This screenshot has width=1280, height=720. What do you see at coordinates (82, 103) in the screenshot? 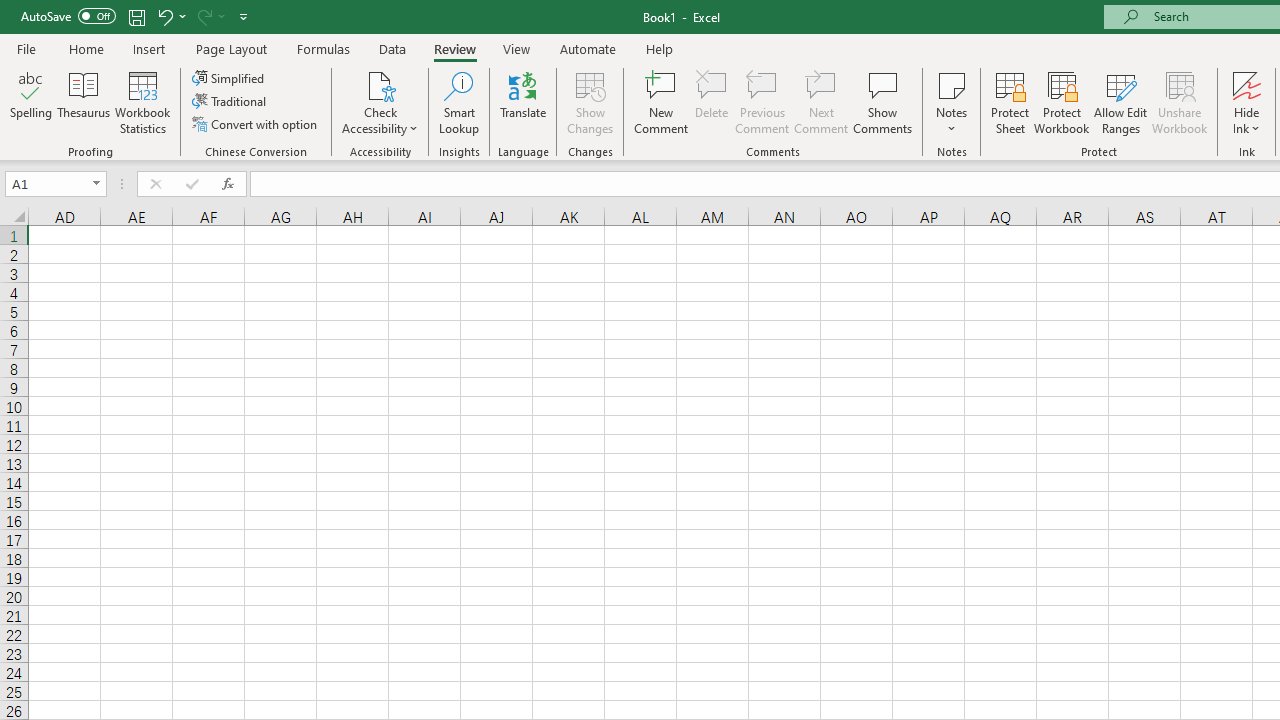
I see `'Thesaurus...'` at bounding box center [82, 103].